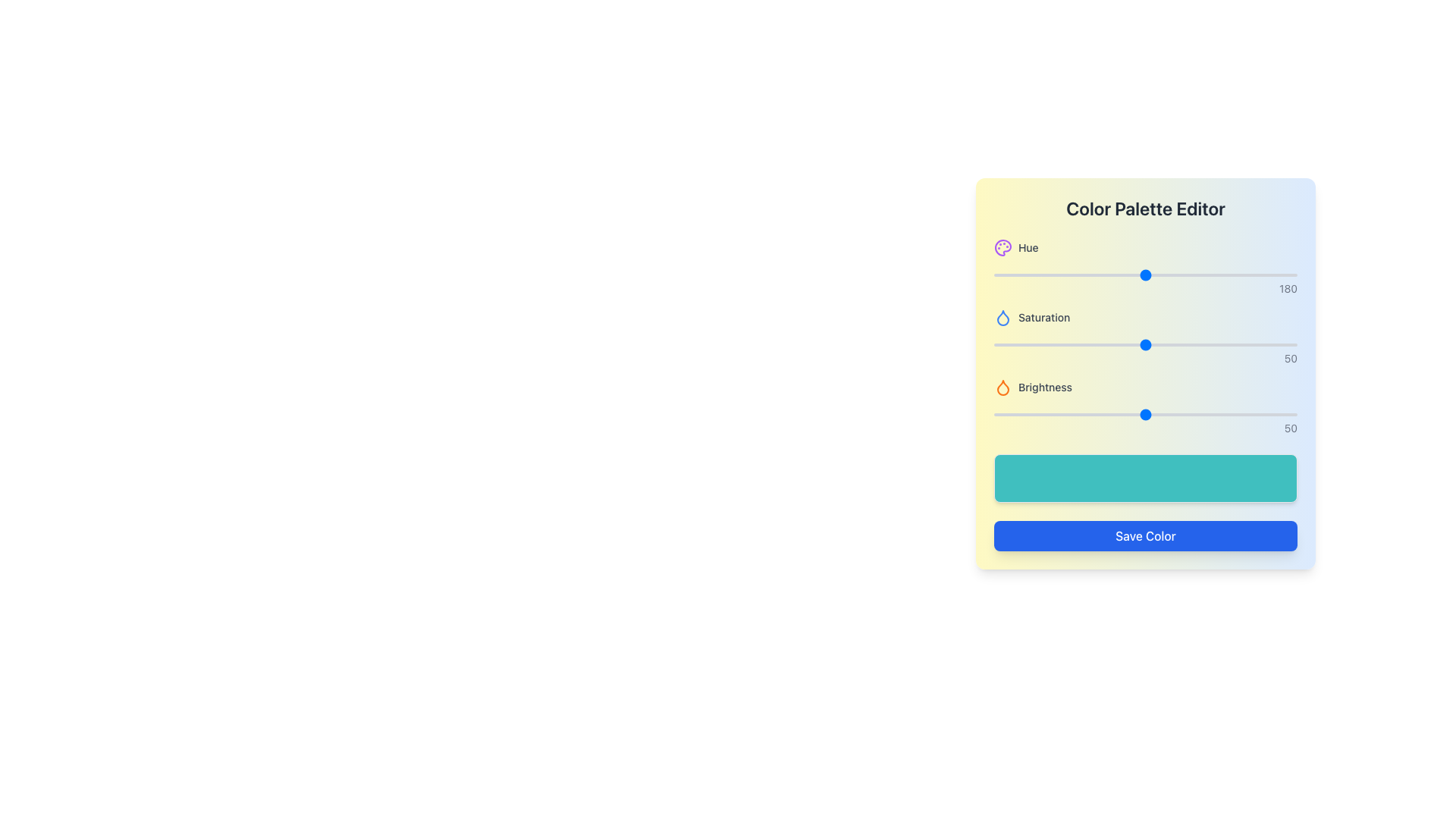  Describe the element at coordinates (1155, 275) in the screenshot. I see `the hue value` at that location.